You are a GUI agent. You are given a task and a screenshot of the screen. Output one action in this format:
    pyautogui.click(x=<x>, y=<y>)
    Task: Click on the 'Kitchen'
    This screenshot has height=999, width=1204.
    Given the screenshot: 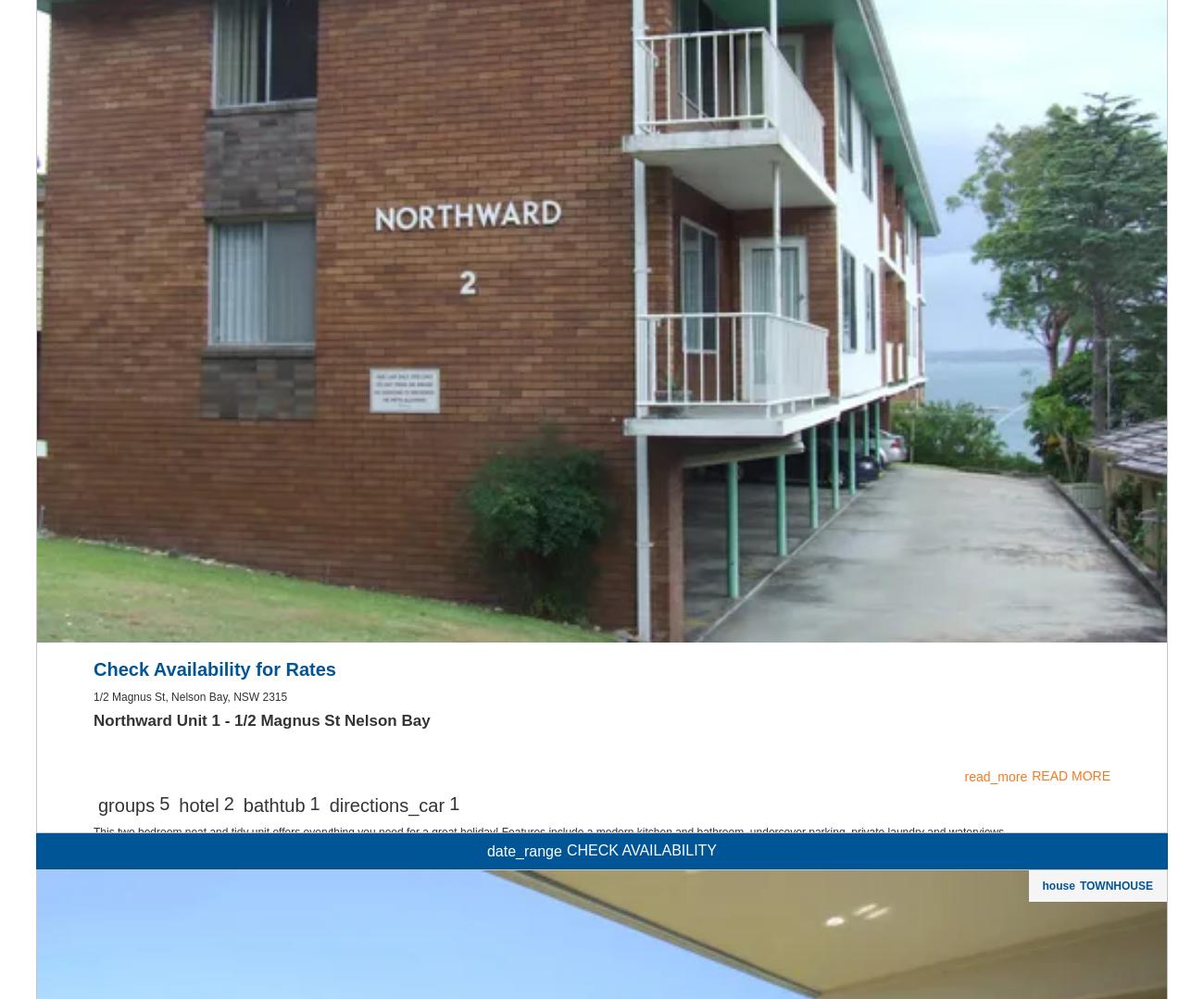 What is the action you would take?
    pyautogui.click(x=601, y=245)
    